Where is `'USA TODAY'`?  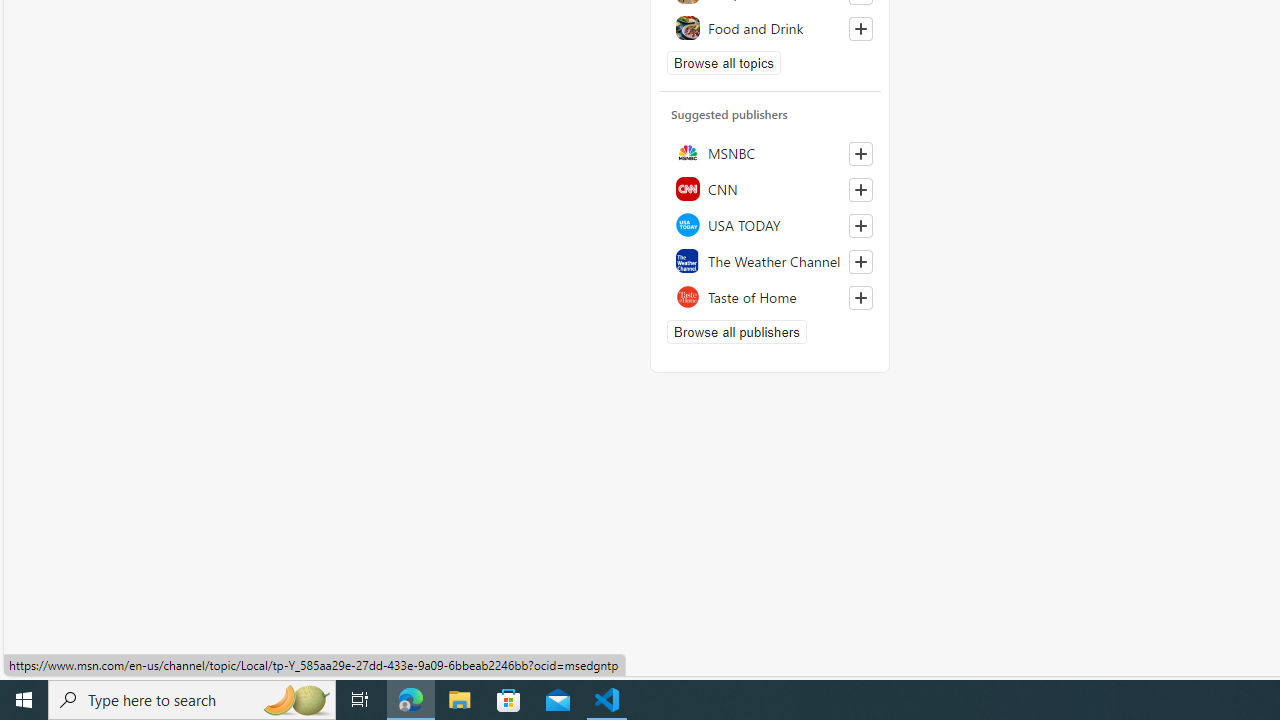 'USA TODAY' is located at coordinates (769, 225).